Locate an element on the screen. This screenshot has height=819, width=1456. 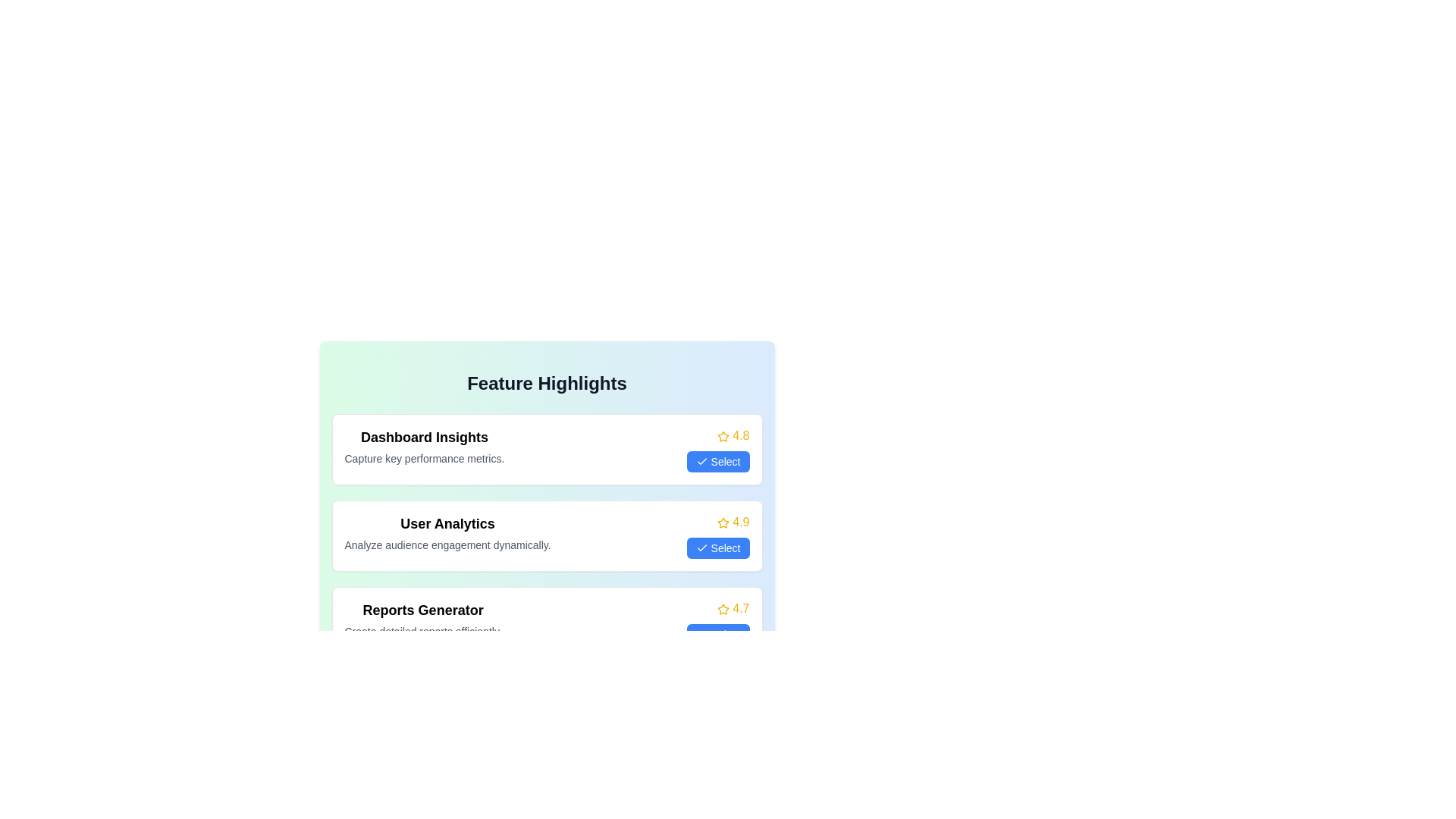
the text of User Analytics to read the full description is located at coordinates (447, 522).